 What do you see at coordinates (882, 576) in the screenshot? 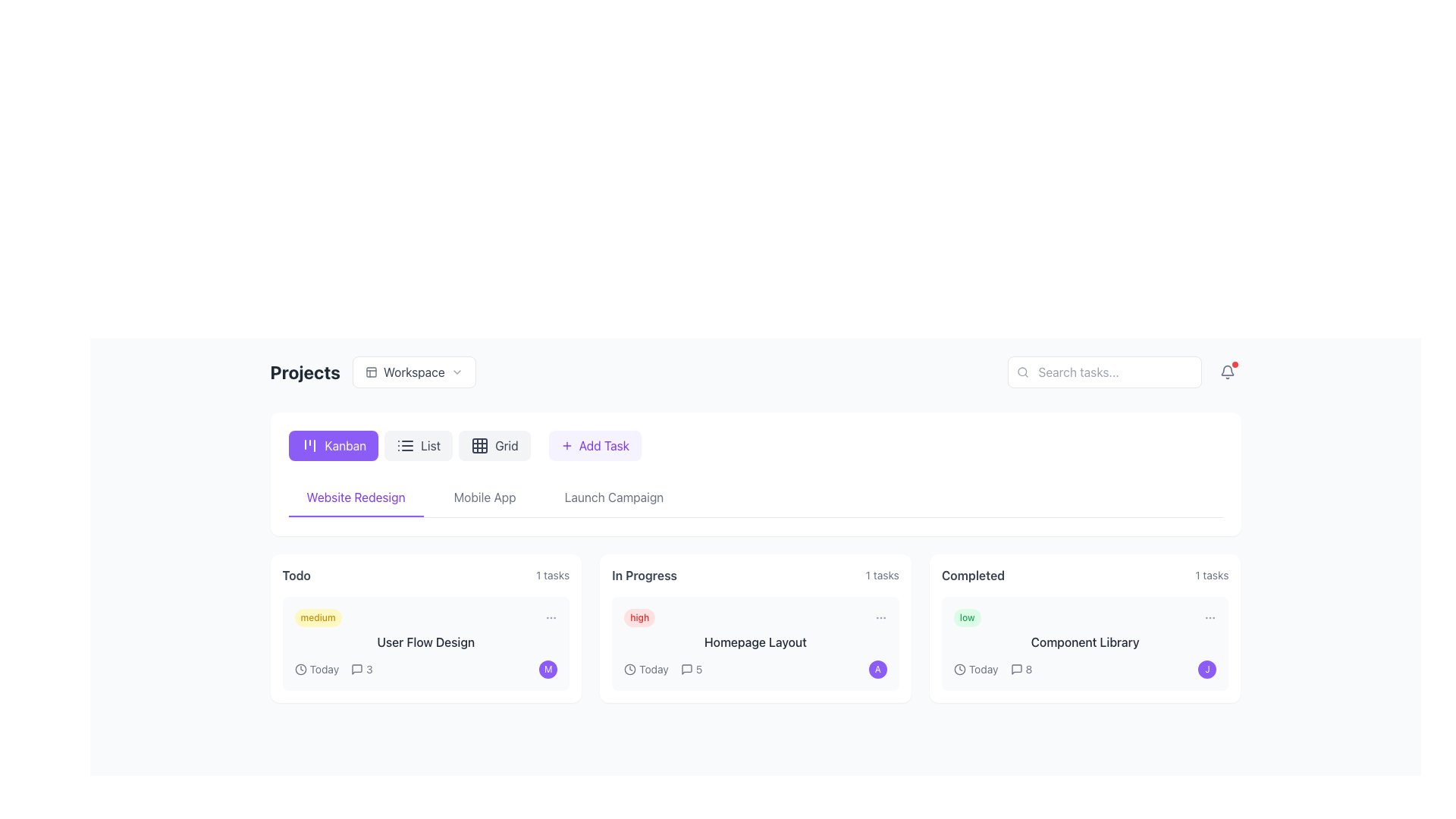
I see `the Text Label displaying '1 tasks' located at the top-right corner of the 'In Progress' card section` at bounding box center [882, 576].